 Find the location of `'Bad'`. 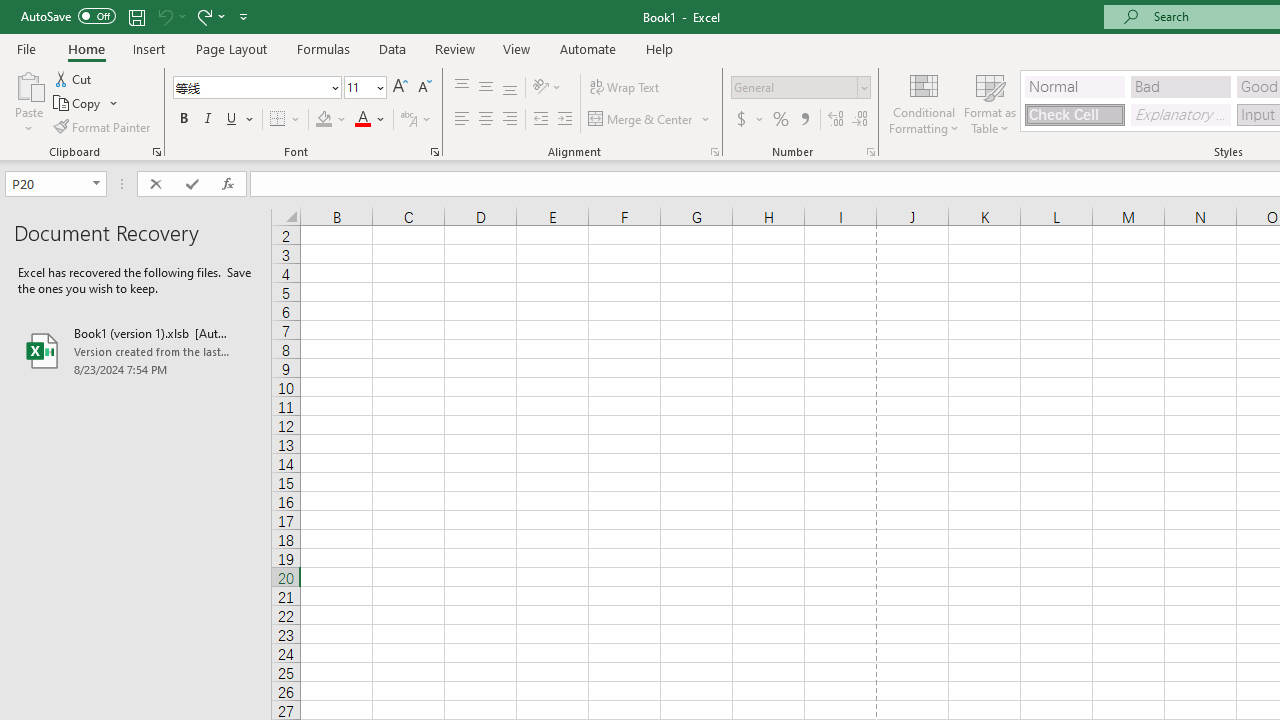

'Bad' is located at coordinates (1180, 85).